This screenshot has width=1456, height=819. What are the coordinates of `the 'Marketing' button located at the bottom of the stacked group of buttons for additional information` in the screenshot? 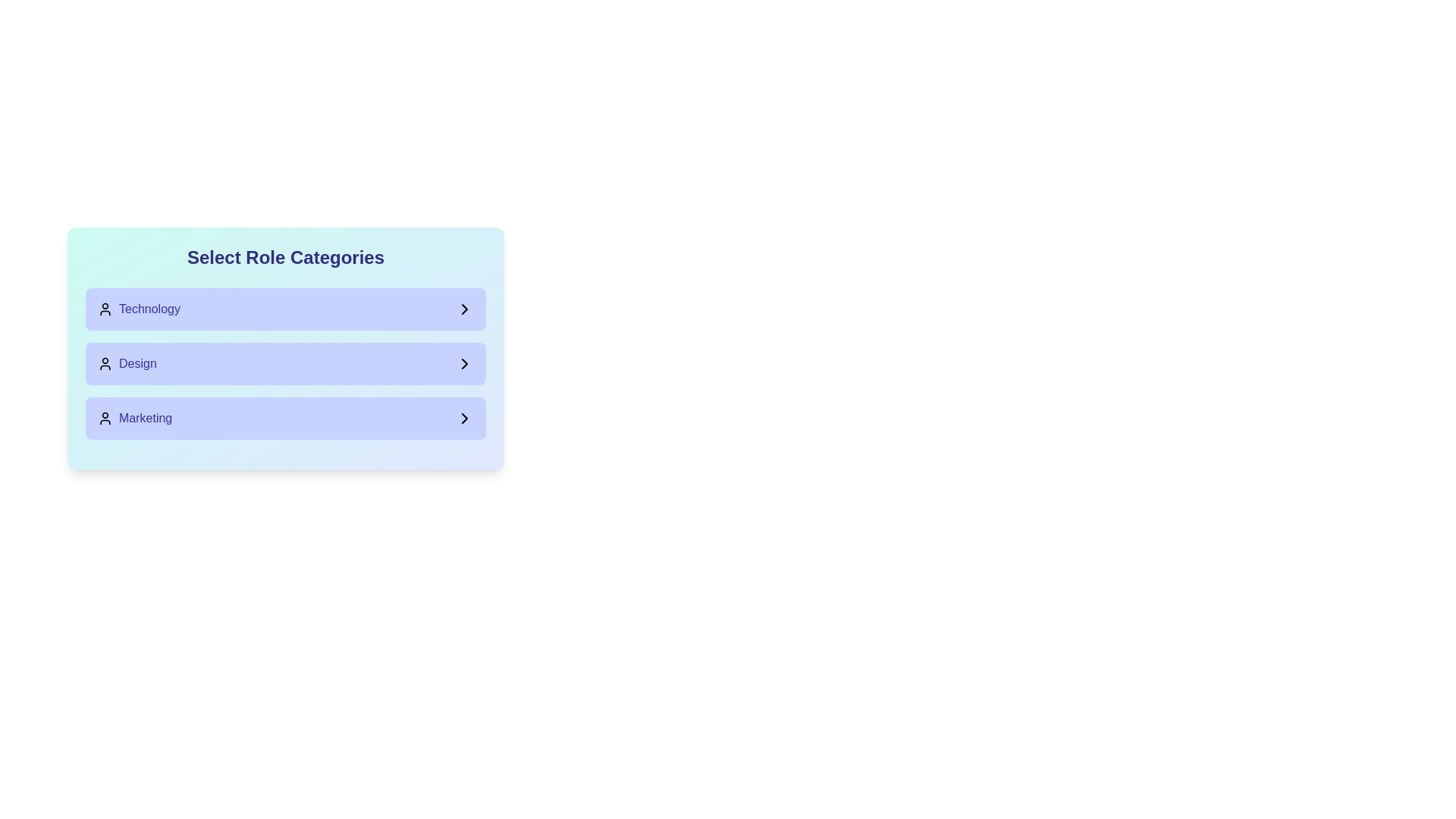 It's located at (286, 418).